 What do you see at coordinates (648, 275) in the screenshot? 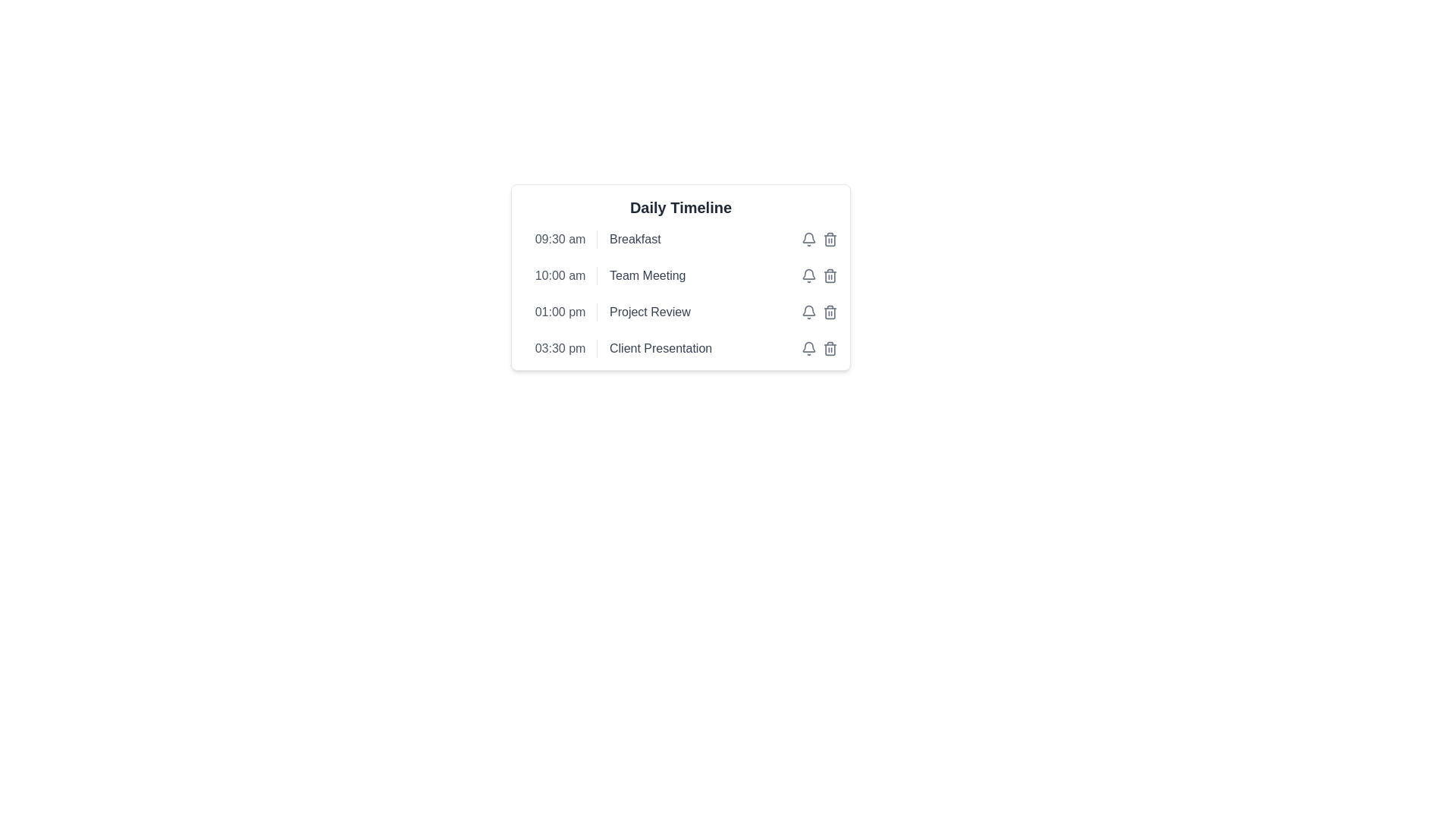
I see `the 'Team Meeting' text label, which is styled with a gray color and positioned in the second row under the 'Daily Timeline' header` at bounding box center [648, 275].